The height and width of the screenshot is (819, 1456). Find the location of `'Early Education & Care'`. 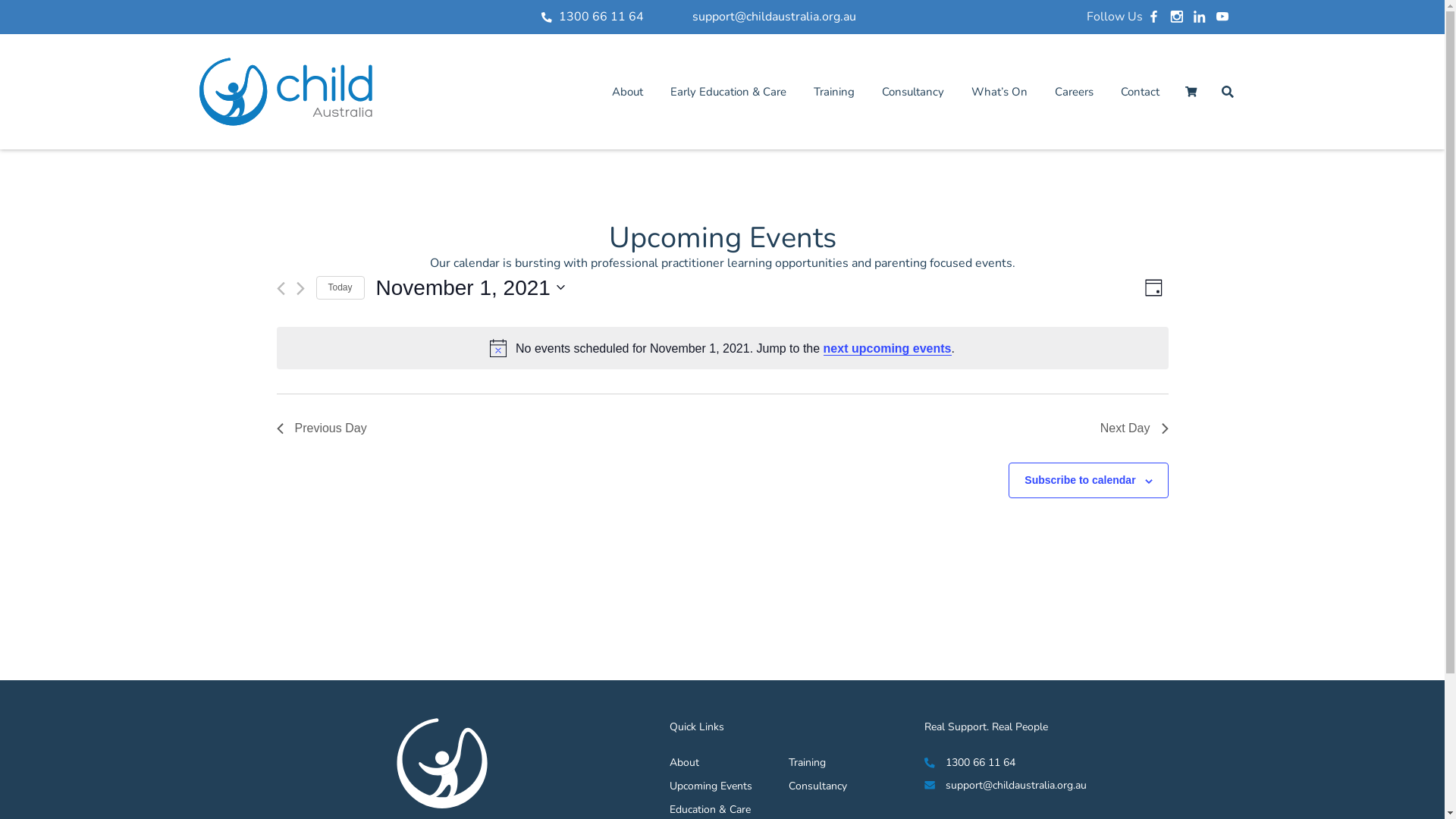

'Early Education & Care' is located at coordinates (728, 91).